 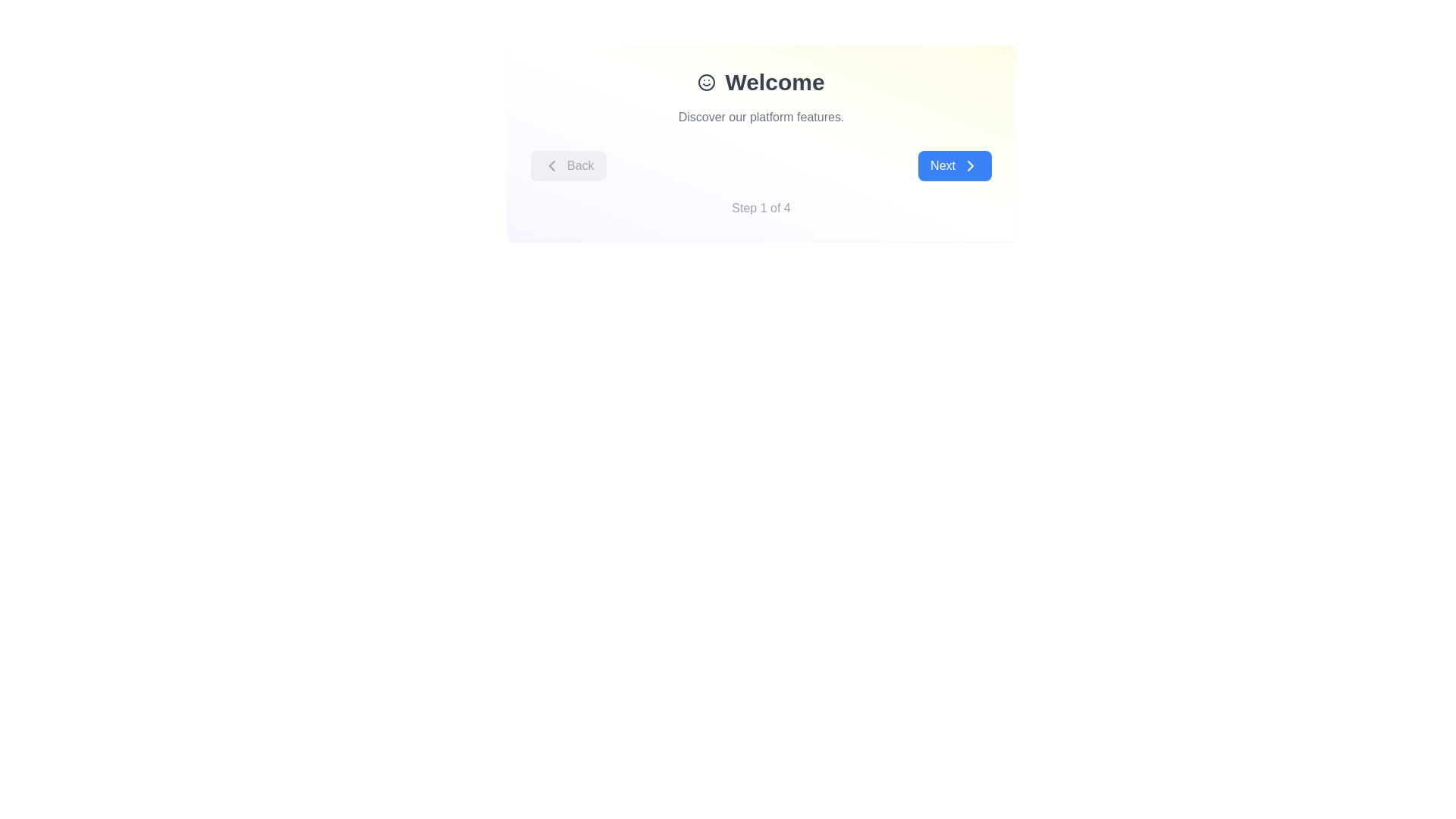 I want to click on the chevron SVG icon located on the left side of the 'Back' text within the button in the upper-left area of the content card, so click(x=551, y=166).